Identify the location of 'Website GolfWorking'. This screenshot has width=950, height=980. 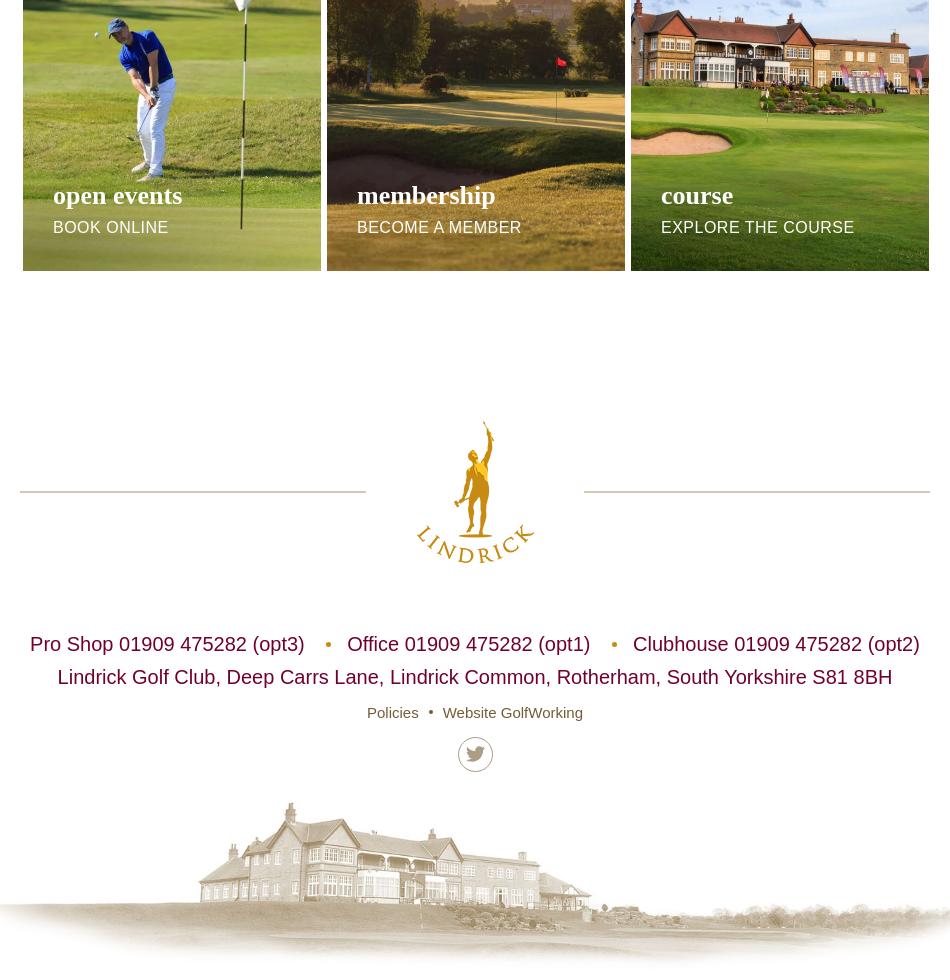
(512, 711).